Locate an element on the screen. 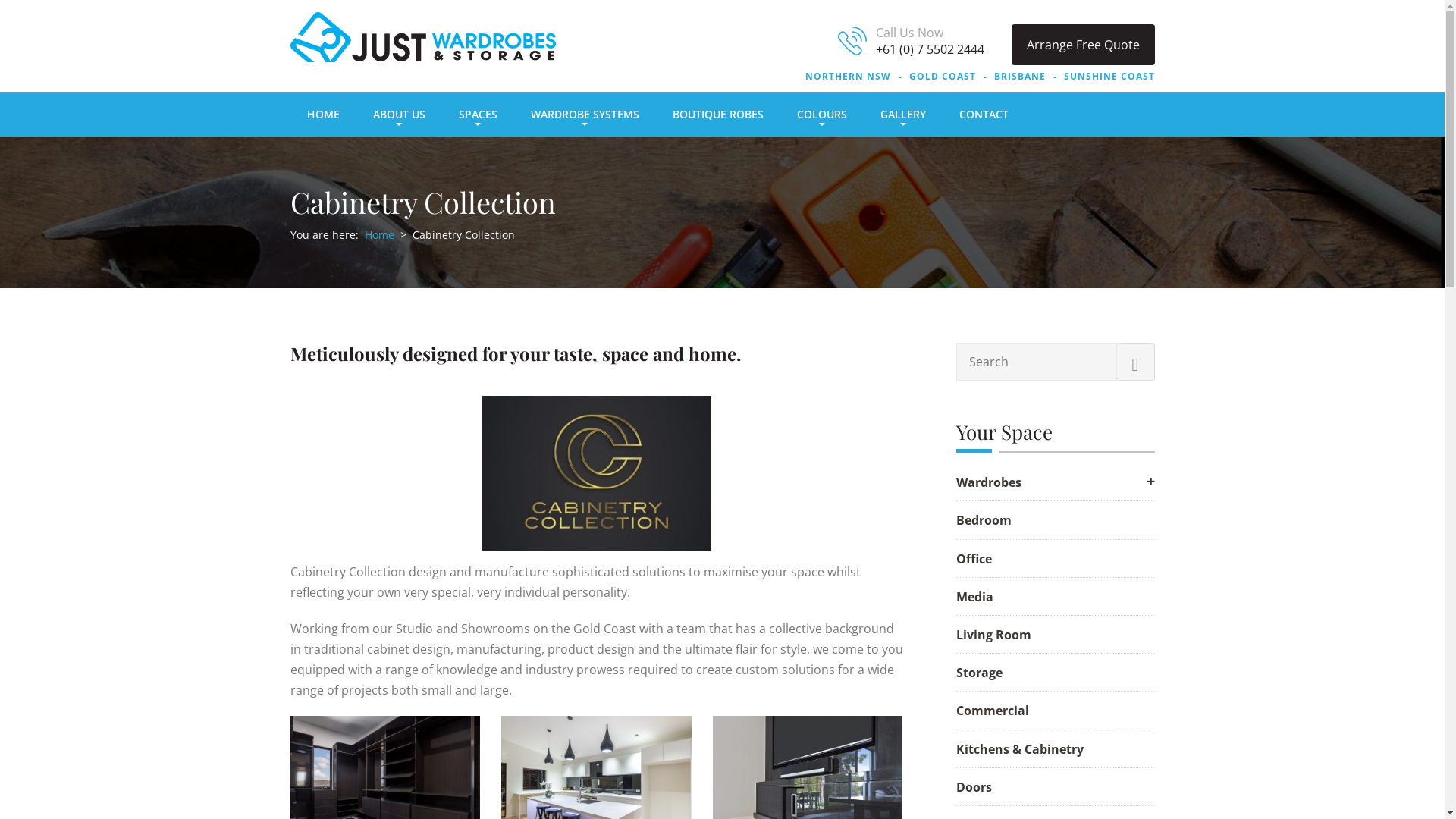 The height and width of the screenshot is (819, 1456). 'GALLERY' is located at coordinates (862, 113).